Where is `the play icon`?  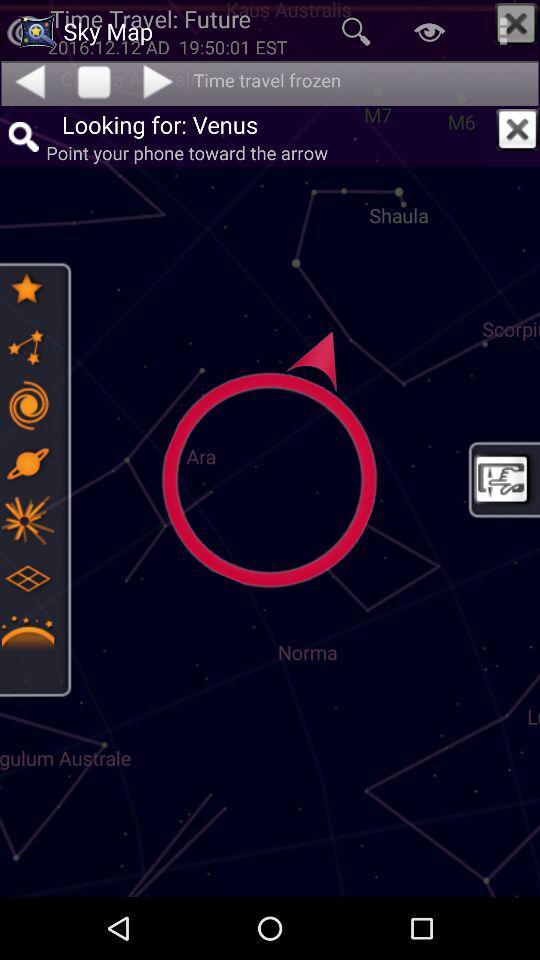
the play icon is located at coordinates (159, 81).